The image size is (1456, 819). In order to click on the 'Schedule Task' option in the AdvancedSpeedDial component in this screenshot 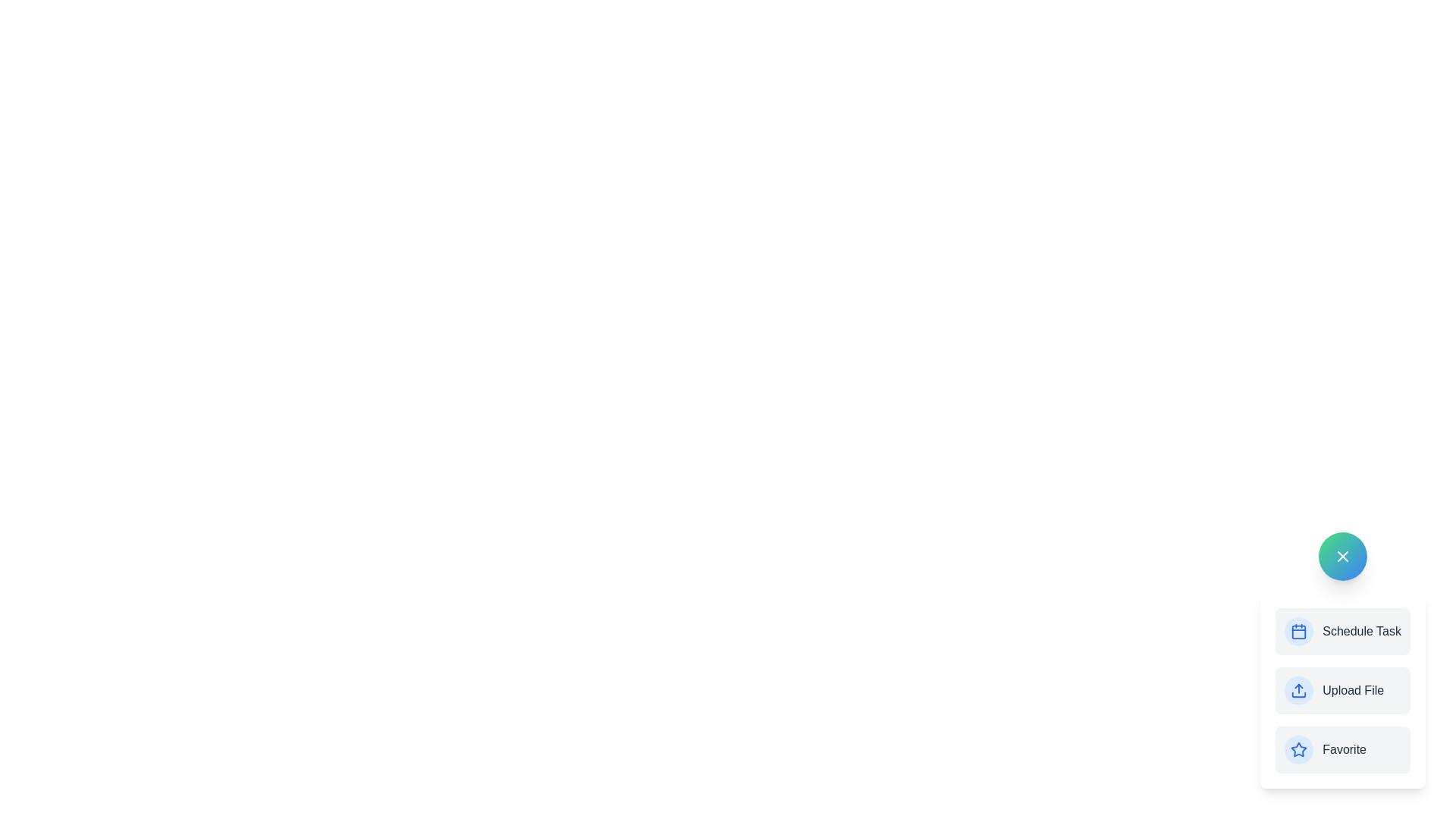, I will do `click(1343, 632)`.